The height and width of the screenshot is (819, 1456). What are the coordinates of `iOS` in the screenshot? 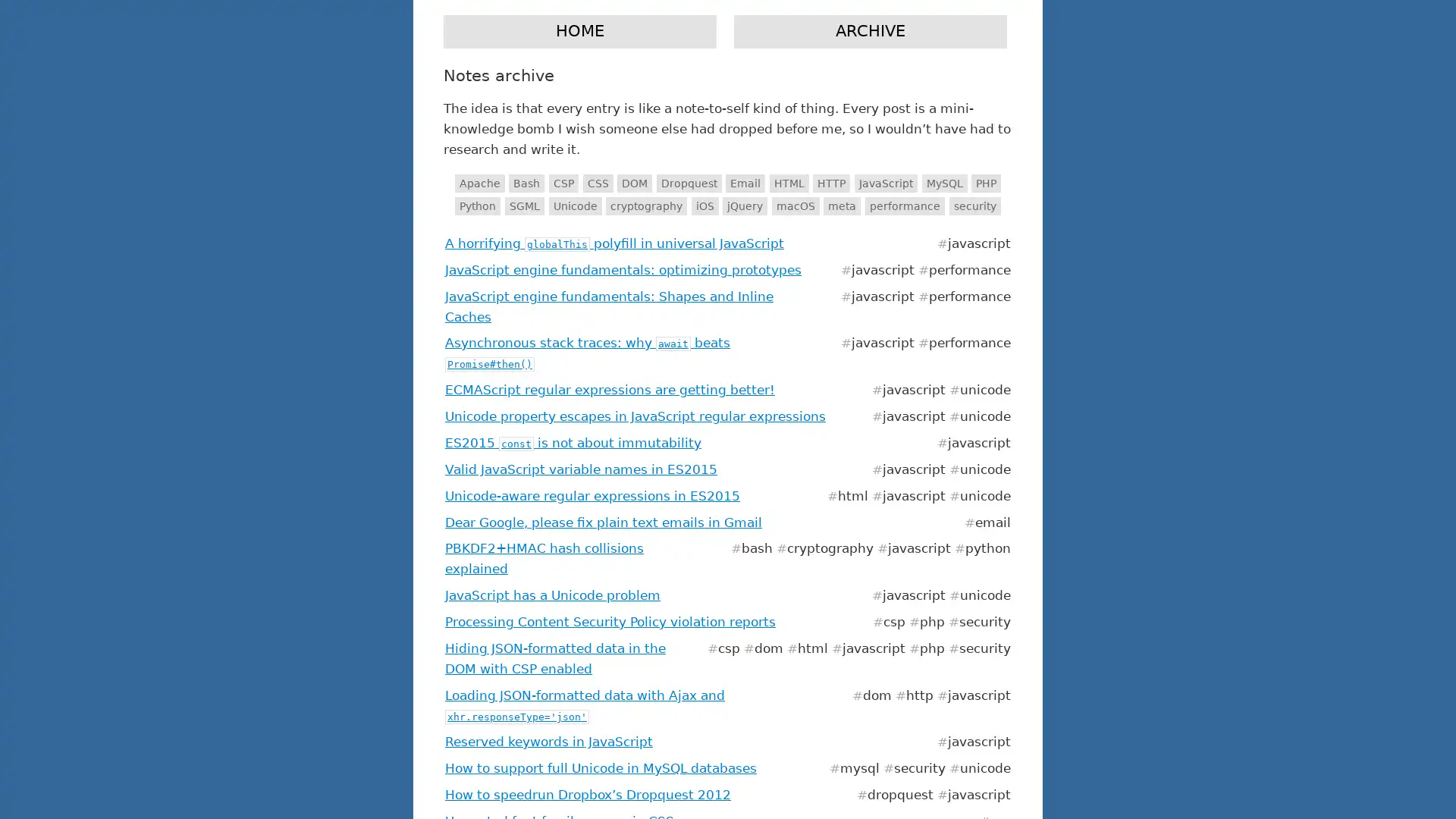 It's located at (704, 206).